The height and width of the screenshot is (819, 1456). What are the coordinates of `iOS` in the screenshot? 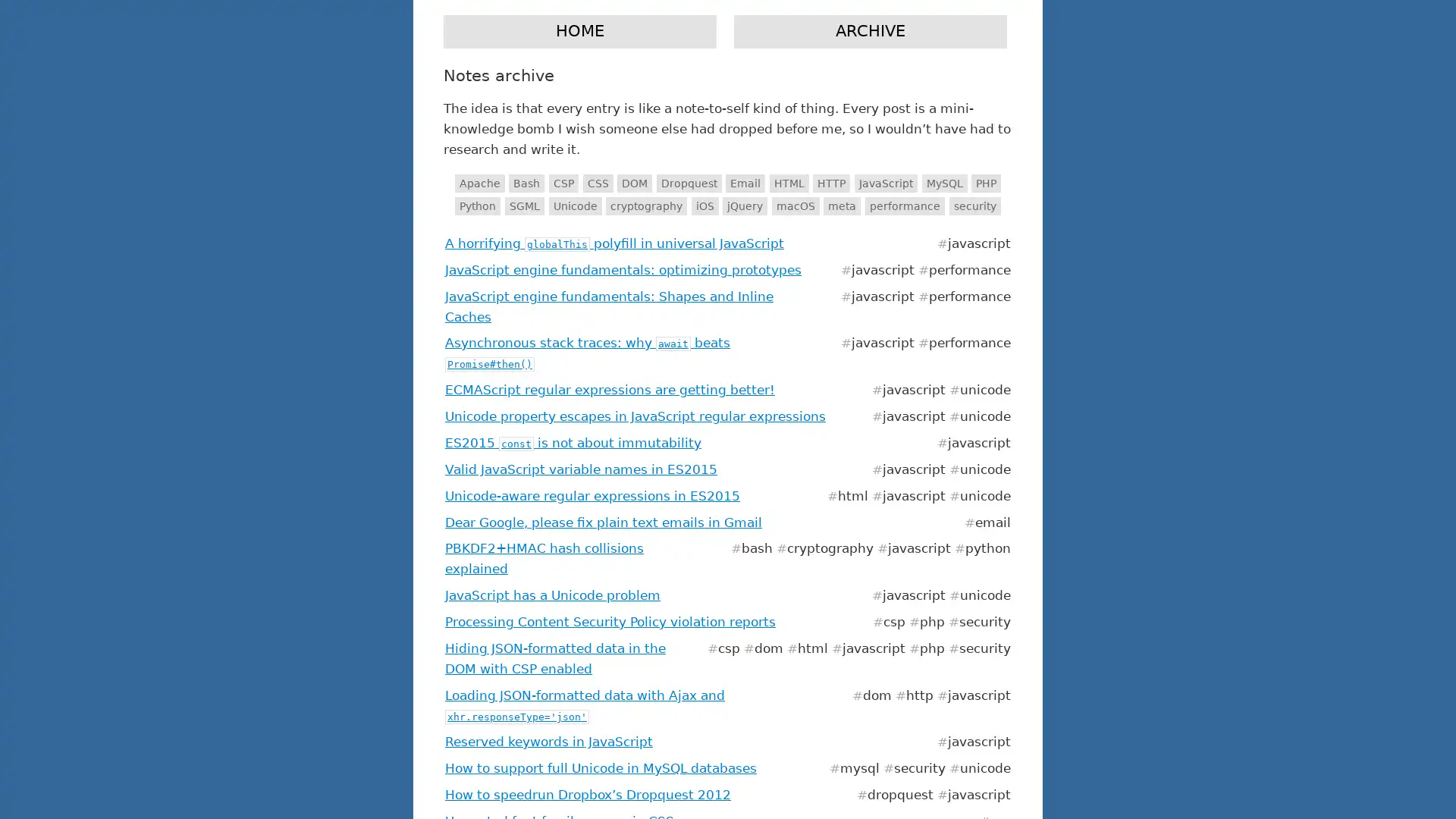 It's located at (704, 206).